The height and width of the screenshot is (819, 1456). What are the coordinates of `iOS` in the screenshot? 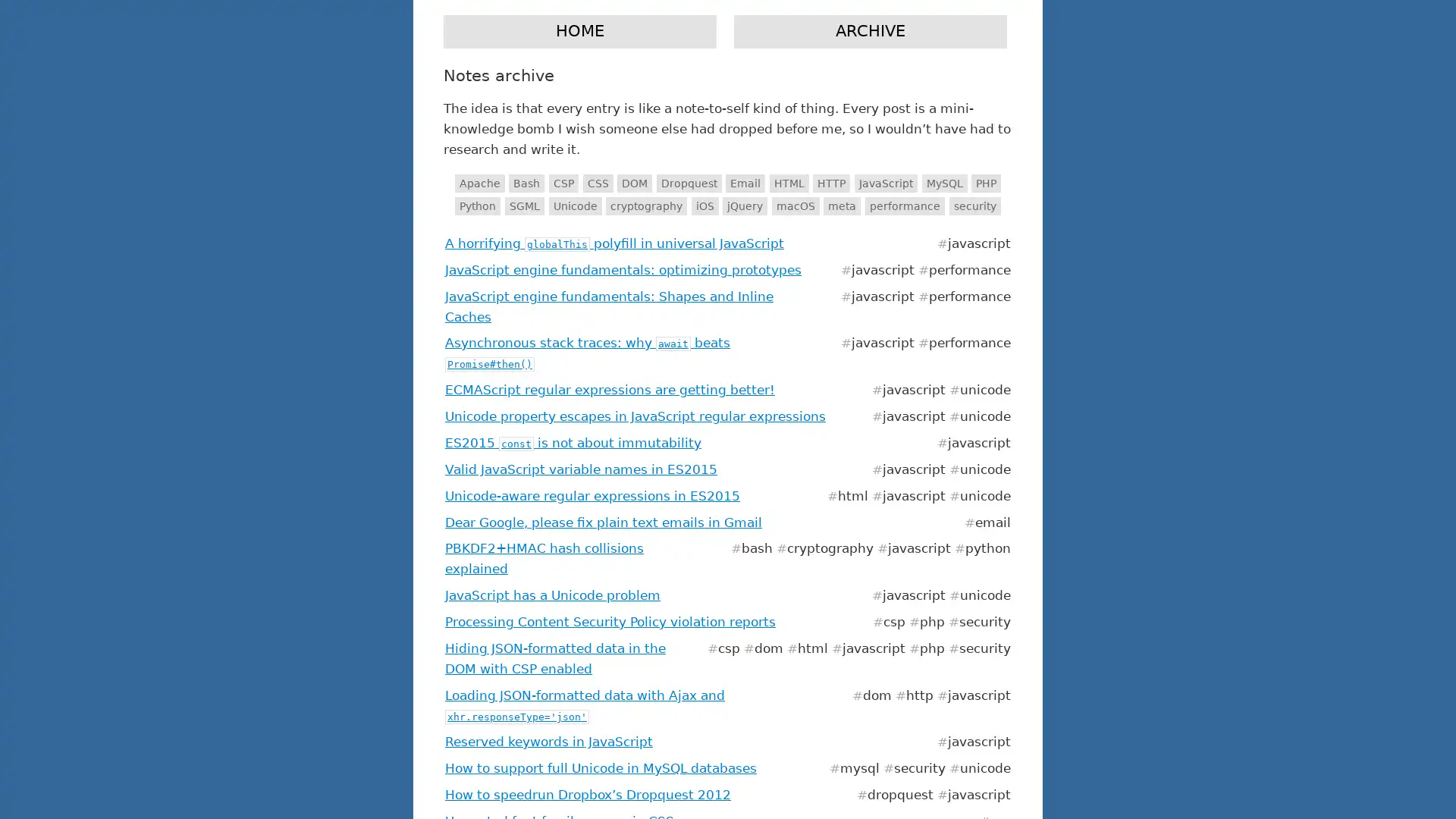 It's located at (704, 206).